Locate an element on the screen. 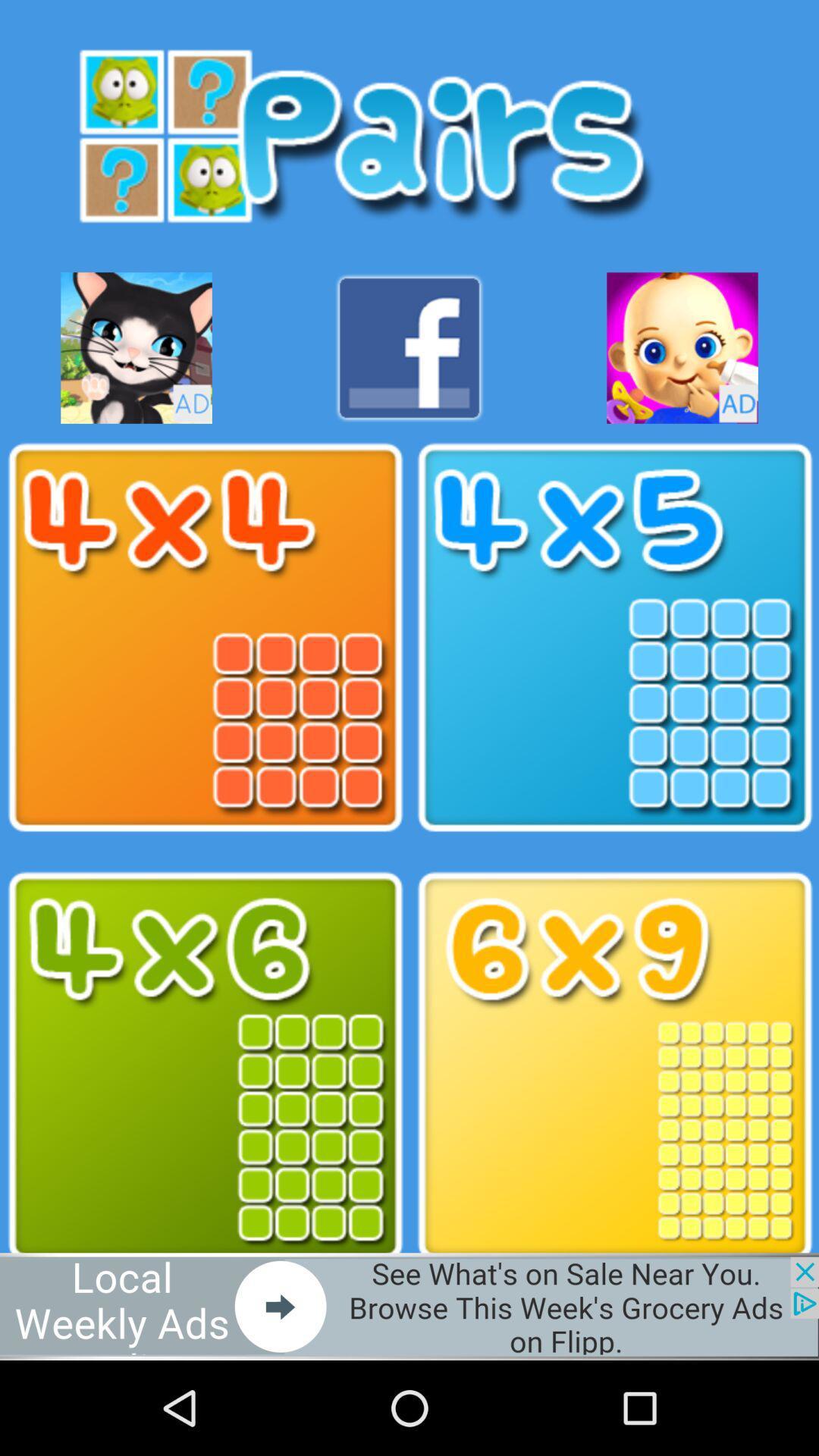 The width and height of the screenshot is (819, 1456). game button is located at coordinates (136, 347).